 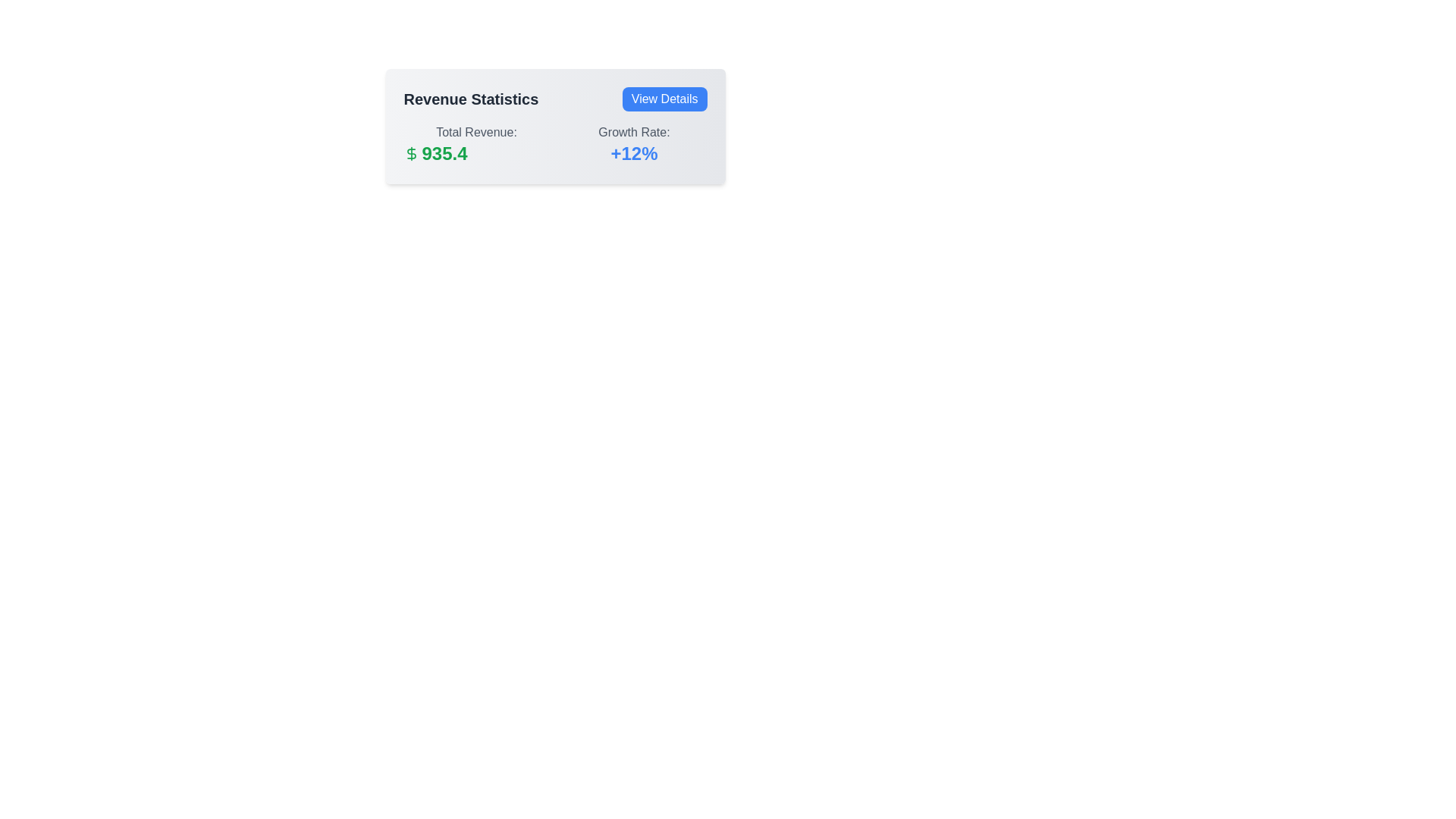 What do you see at coordinates (475, 145) in the screenshot?
I see `the informational text displaying 'Total Revenue:' with the value '935.4' in green color and a dollar sign icon` at bounding box center [475, 145].